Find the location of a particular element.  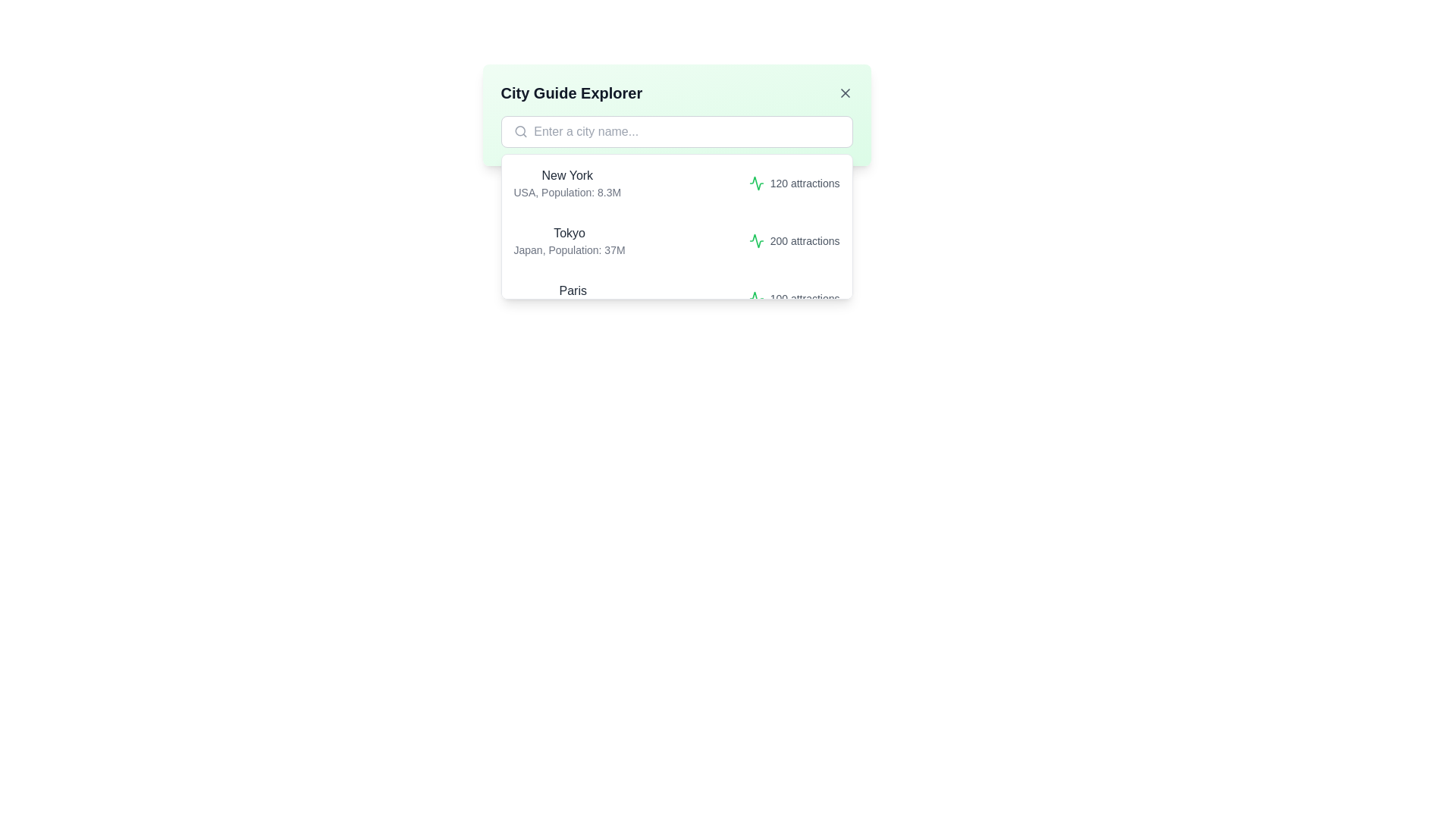

the Close Button, which is represented by an 'X' icon located on the far right of the header section of the 'City Guide Explorer' interface is located at coordinates (844, 93).